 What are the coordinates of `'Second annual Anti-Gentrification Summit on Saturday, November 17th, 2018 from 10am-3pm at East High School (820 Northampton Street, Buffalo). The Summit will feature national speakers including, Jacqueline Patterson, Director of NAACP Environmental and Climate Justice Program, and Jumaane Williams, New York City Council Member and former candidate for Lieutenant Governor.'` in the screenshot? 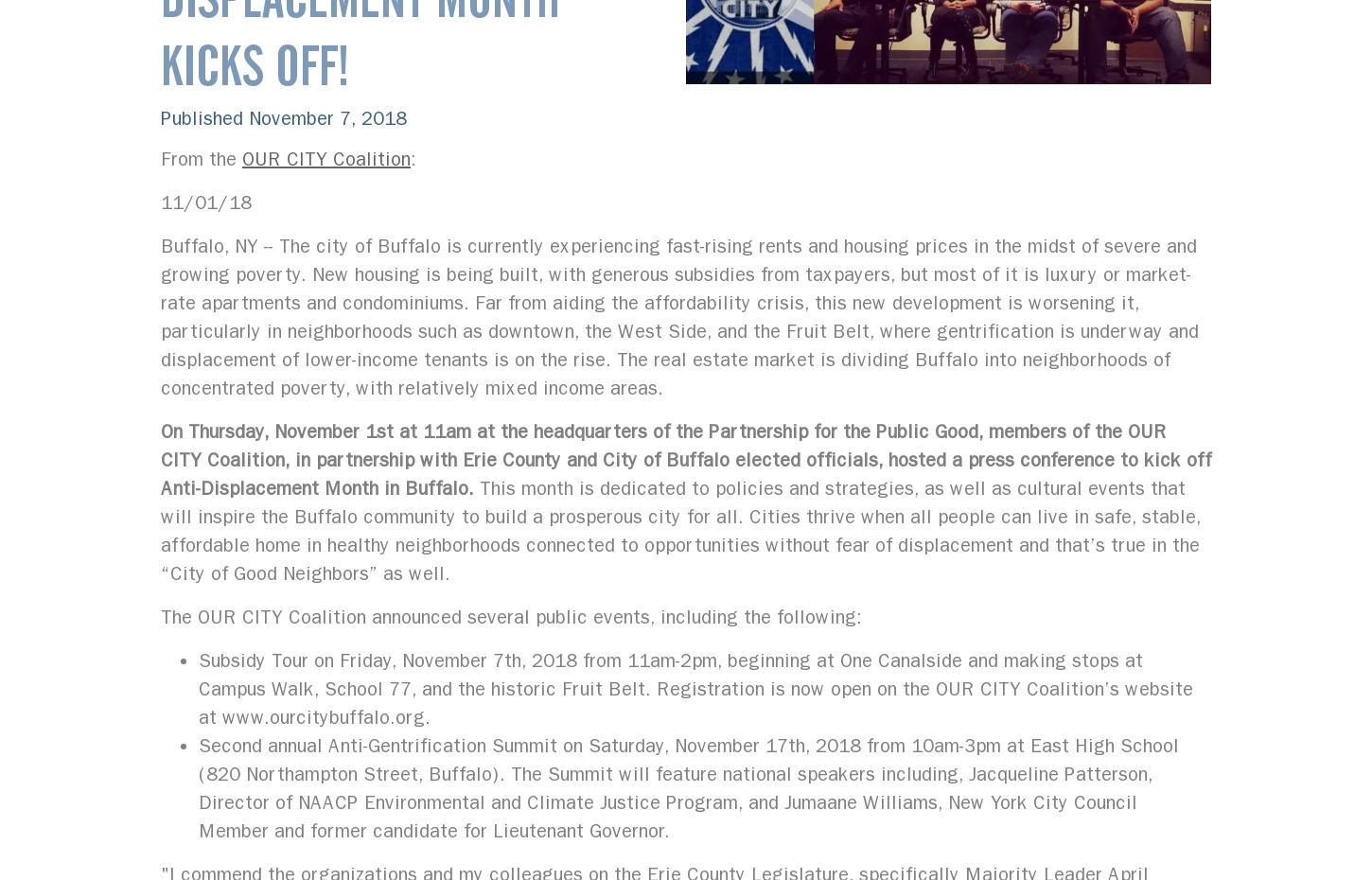 It's located at (689, 787).